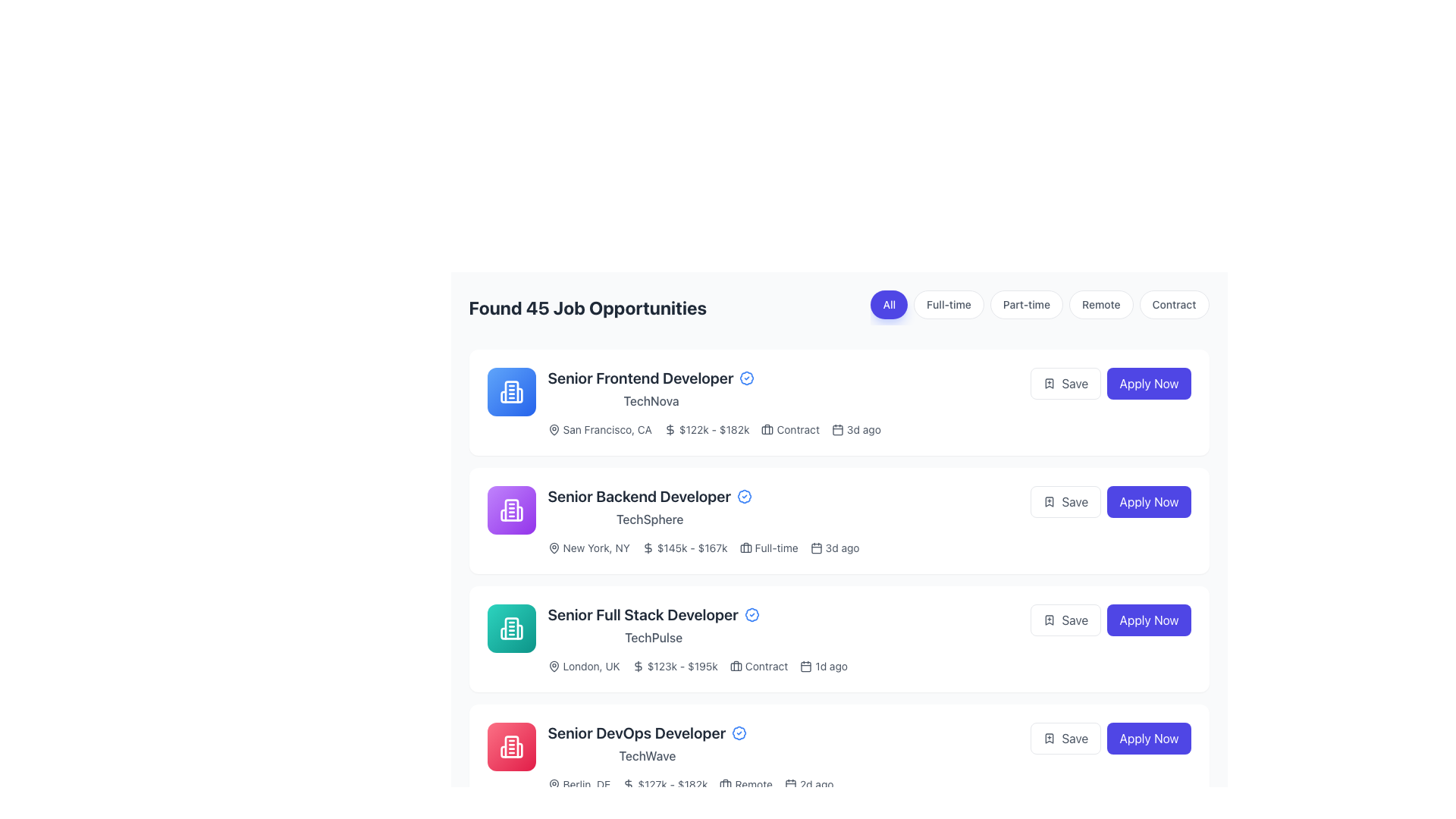 The width and height of the screenshot is (1456, 819). What do you see at coordinates (665, 784) in the screenshot?
I see `the text label displaying the numerical range '127k - 182k' with a dollar sign icon, located under the job title 'Senior DevOps Developer' at 'TechWave'` at bounding box center [665, 784].